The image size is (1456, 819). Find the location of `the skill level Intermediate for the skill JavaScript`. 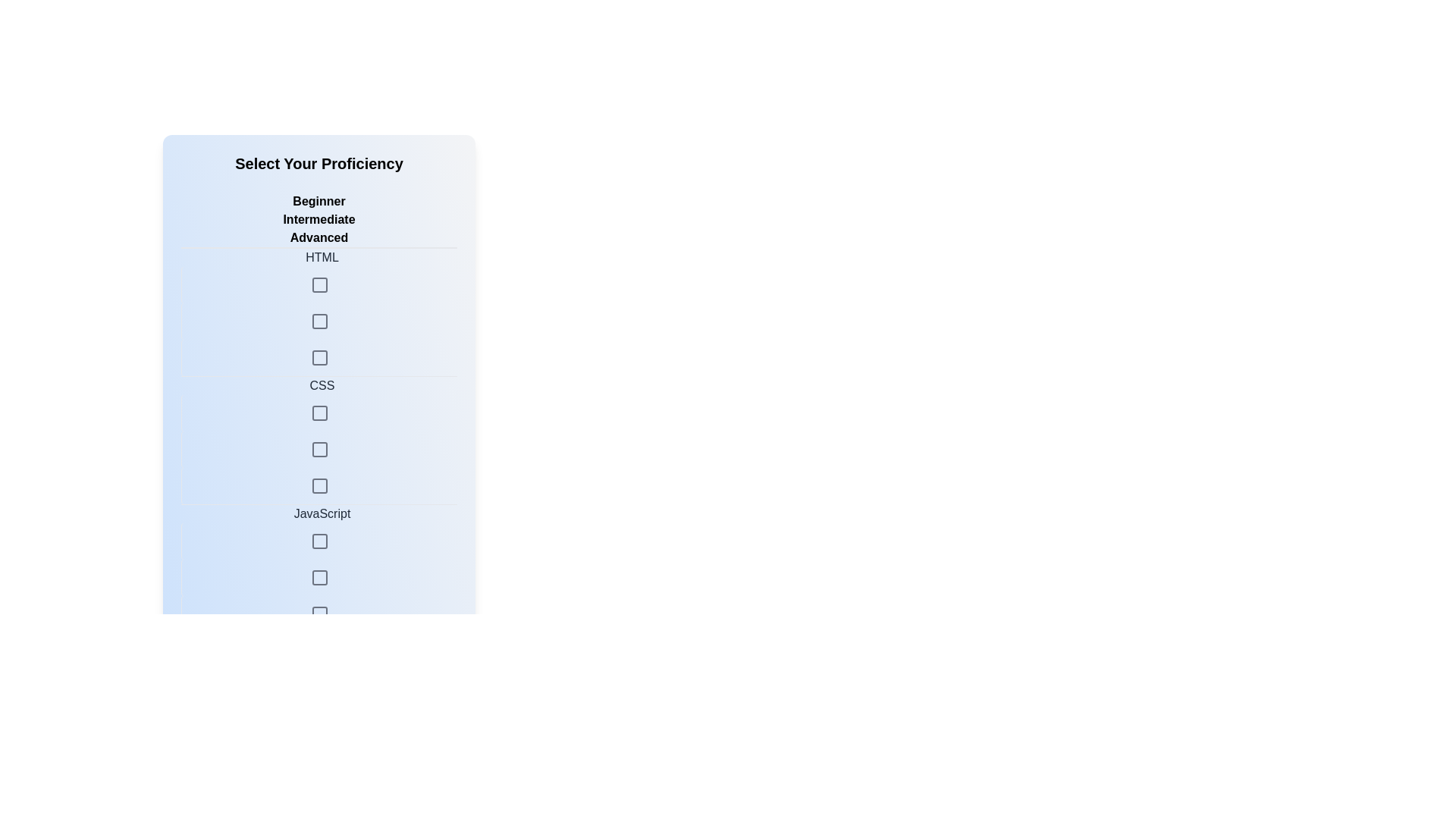

the skill level Intermediate for the skill JavaScript is located at coordinates (318, 540).